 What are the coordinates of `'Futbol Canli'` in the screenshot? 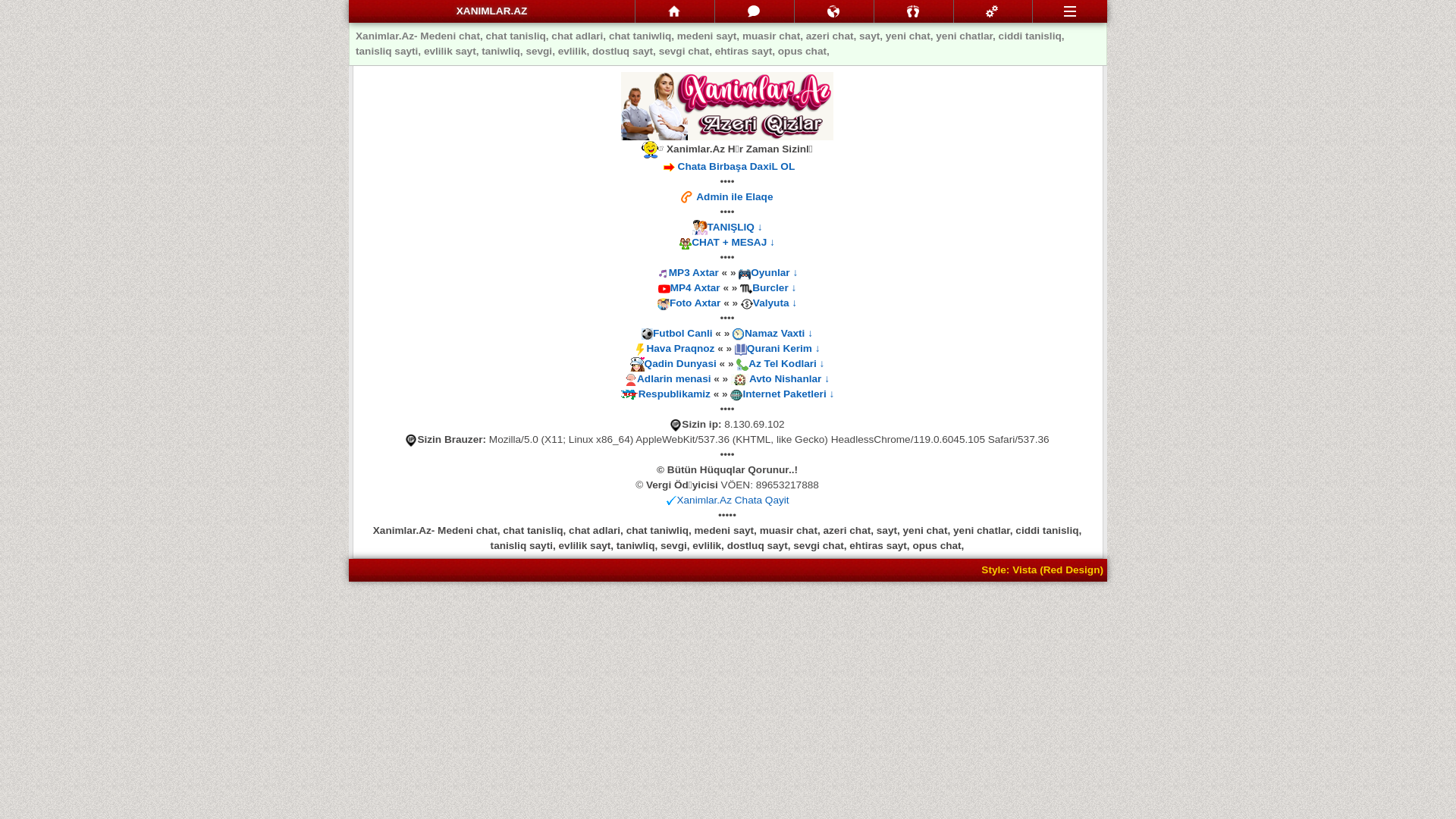 It's located at (682, 332).